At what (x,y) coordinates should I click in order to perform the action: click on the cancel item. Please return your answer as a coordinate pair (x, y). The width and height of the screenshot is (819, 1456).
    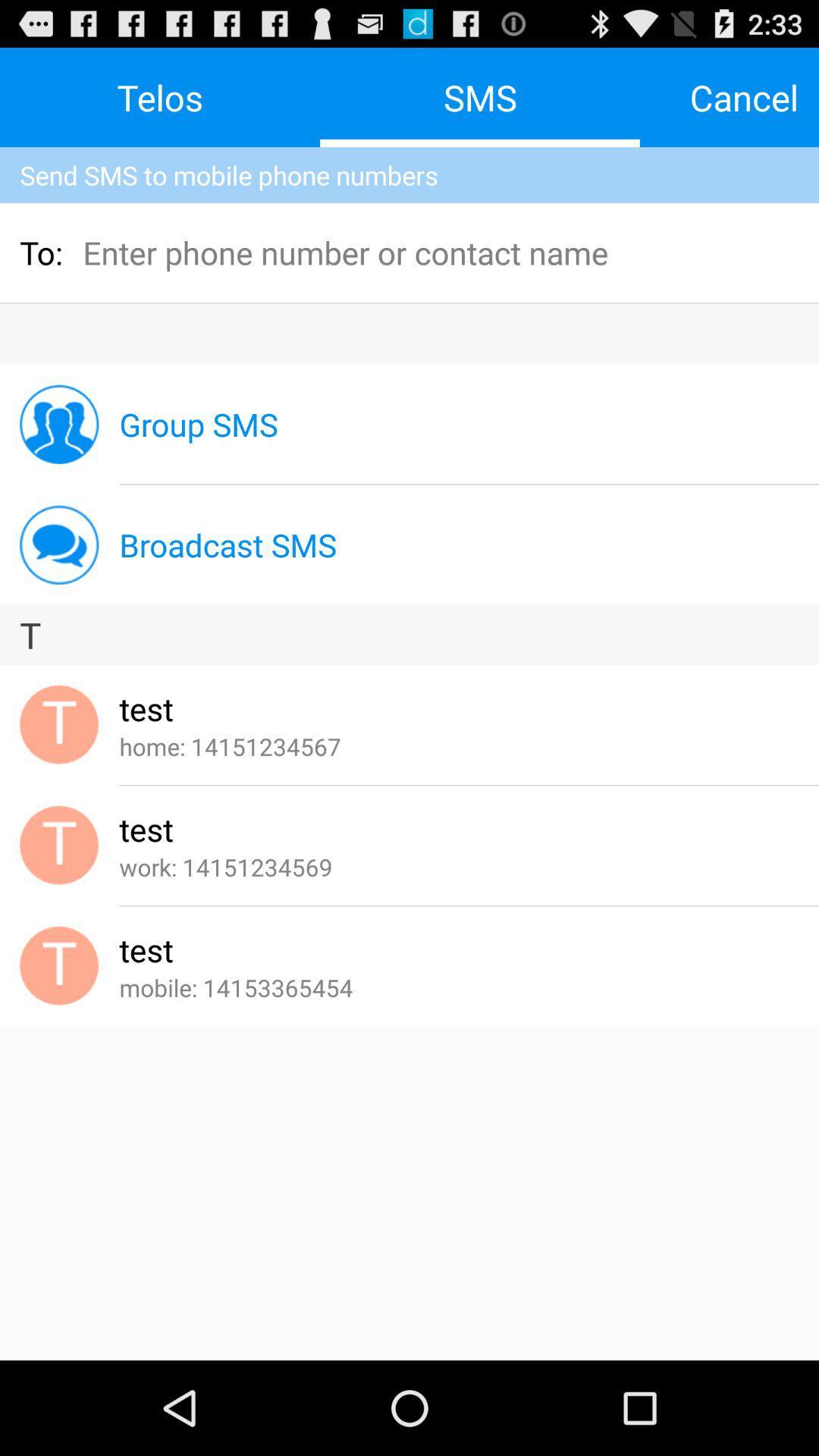
    Looking at the image, I should click on (743, 96).